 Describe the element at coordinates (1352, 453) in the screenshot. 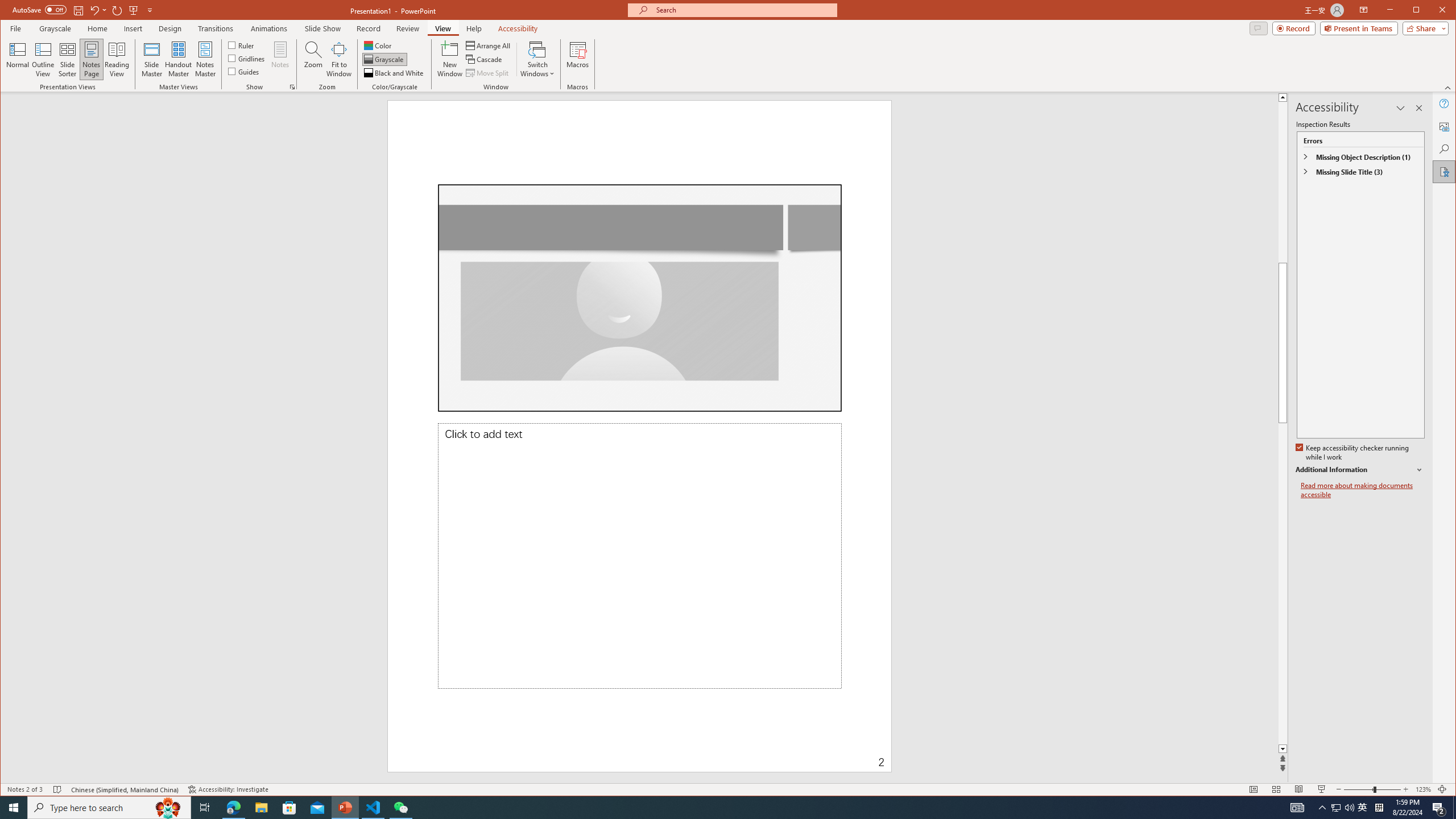

I see `'Keep accessibility checker running while I work'` at that location.